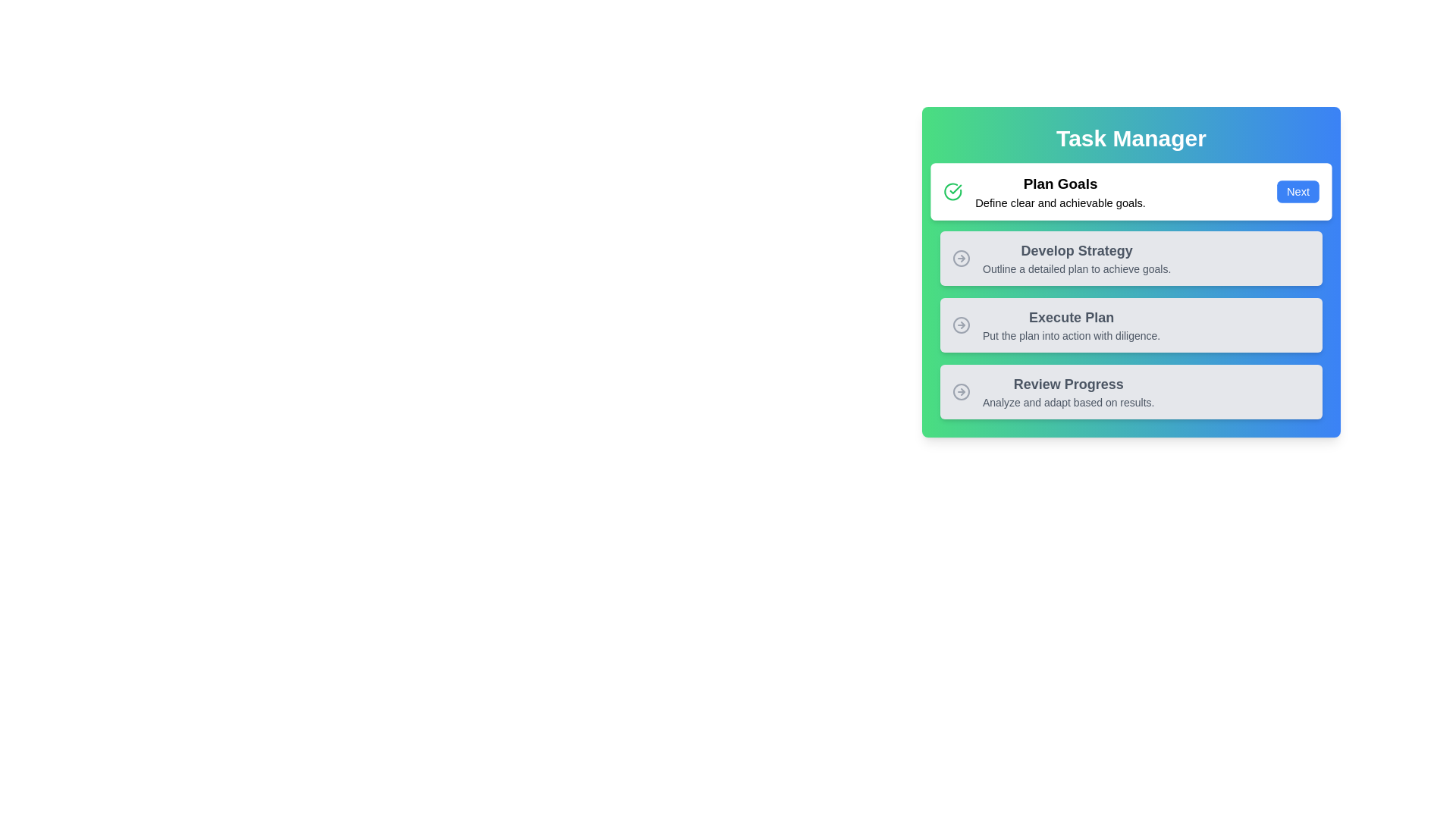 This screenshot has width=1456, height=819. Describe the element at coordinates (1298, 191) in the screenshot. I see `the 'Next' button, which has white text on a blue background and is located on the rightmost side of the 'Plan Goals' row` at that location.